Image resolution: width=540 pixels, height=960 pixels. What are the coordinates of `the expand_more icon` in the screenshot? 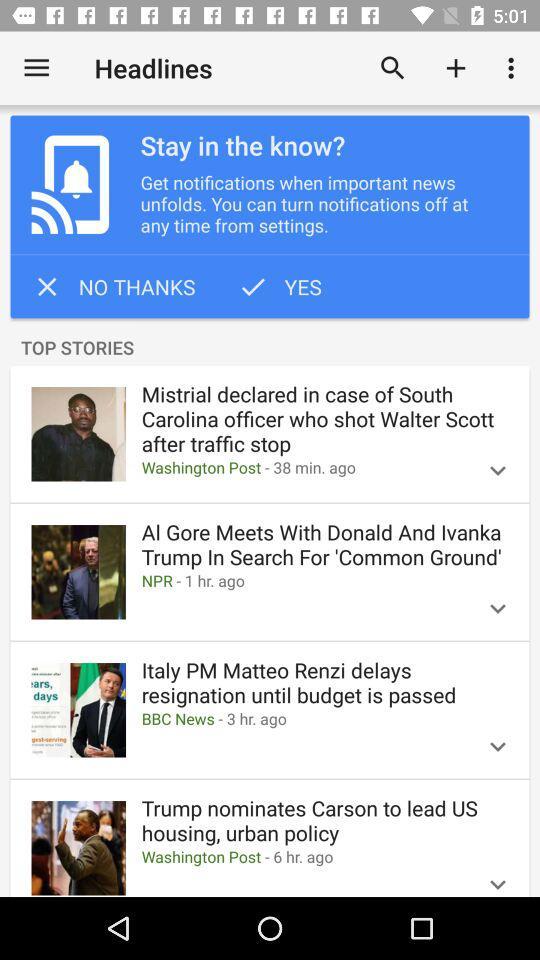 It's located at (496, 874).